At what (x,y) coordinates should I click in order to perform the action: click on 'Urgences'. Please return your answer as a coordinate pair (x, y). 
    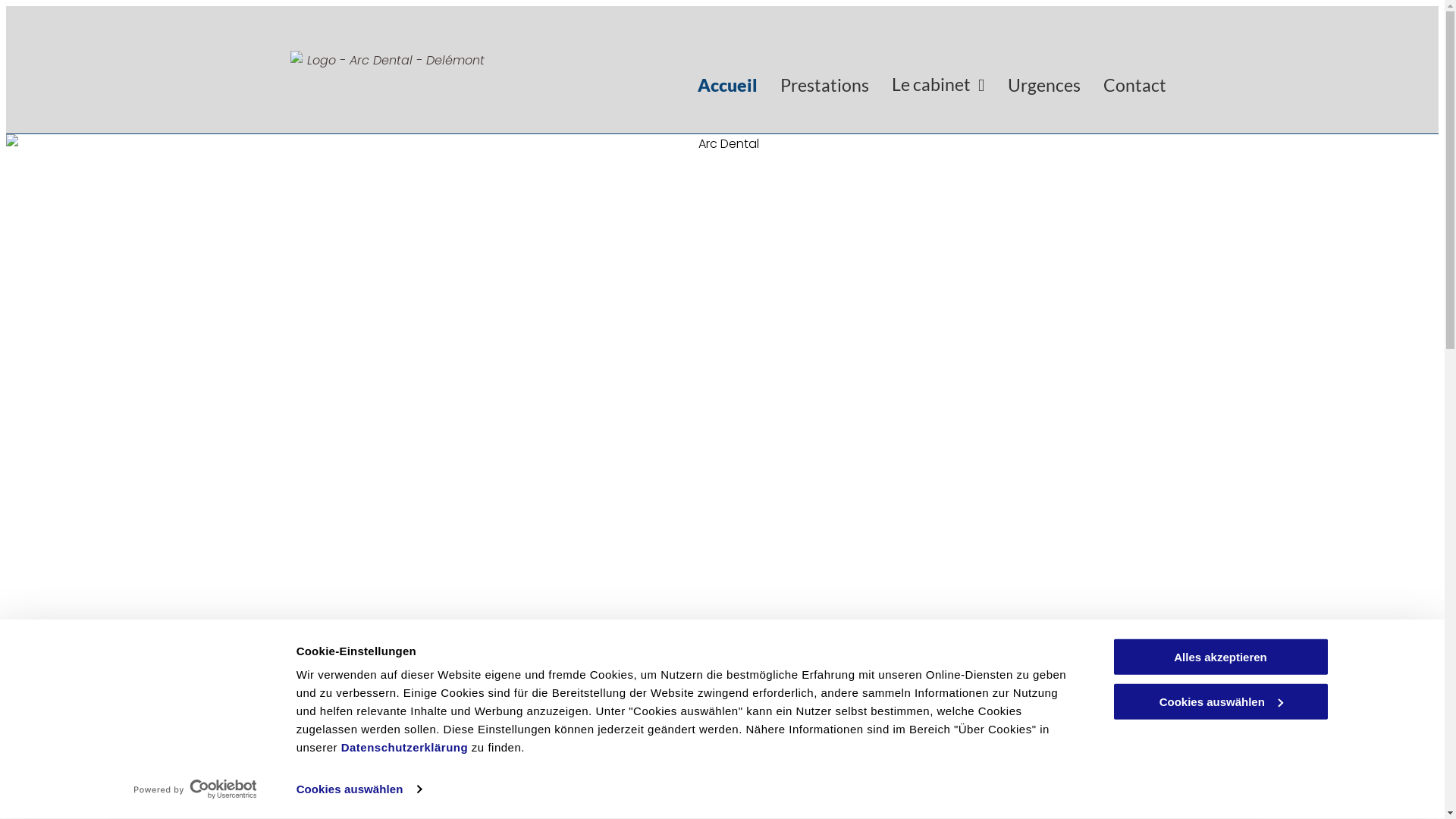
    Looking at the image, I should click on (1043, 84).